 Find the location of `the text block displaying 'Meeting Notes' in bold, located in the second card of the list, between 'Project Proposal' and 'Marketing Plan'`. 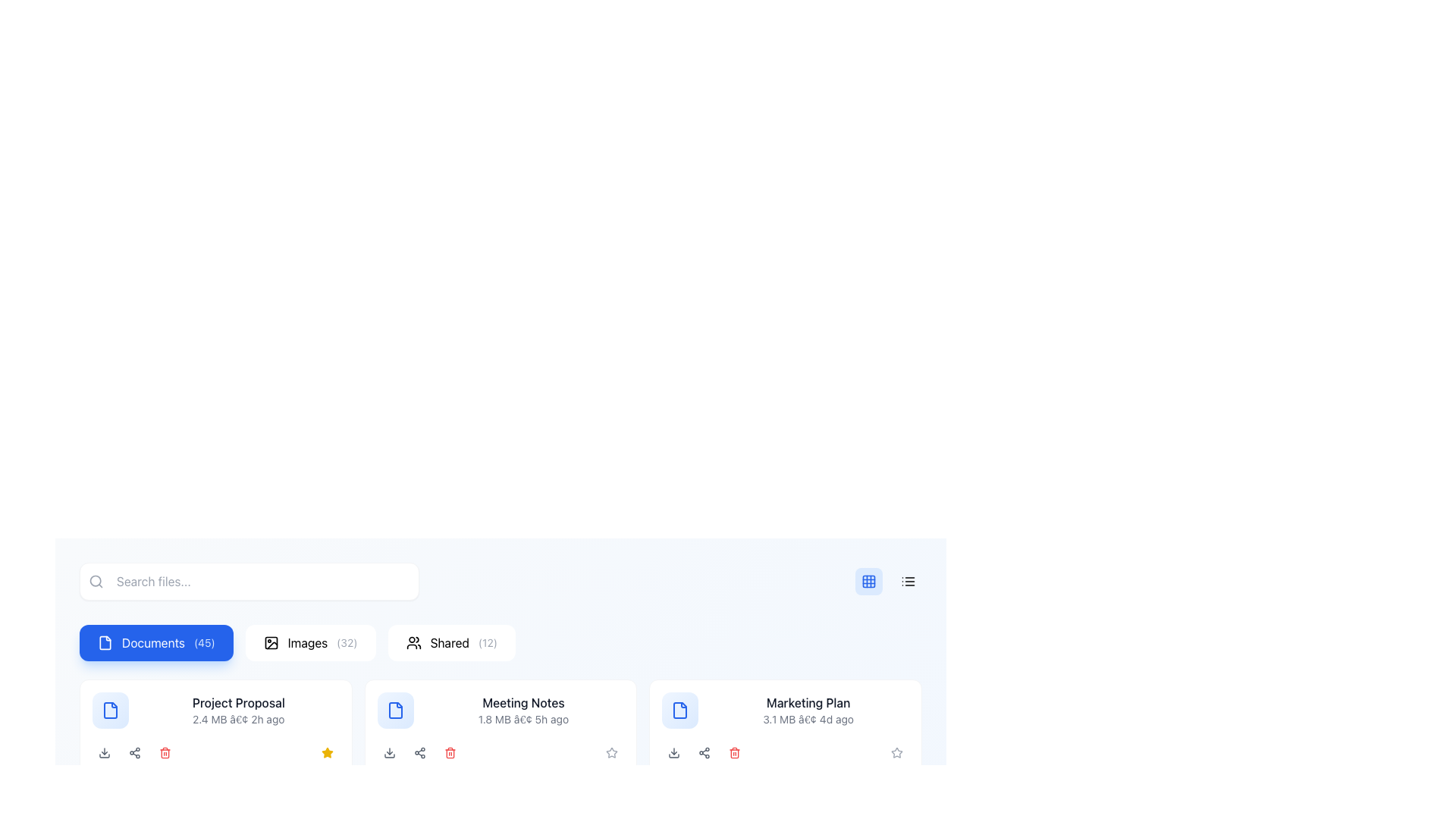

the text block displaying 'Meeting Notes' in bold, located in the second card of the list, between 'Project Proposal' and 'Marketing Plan' is located at coordinates (523, 711).